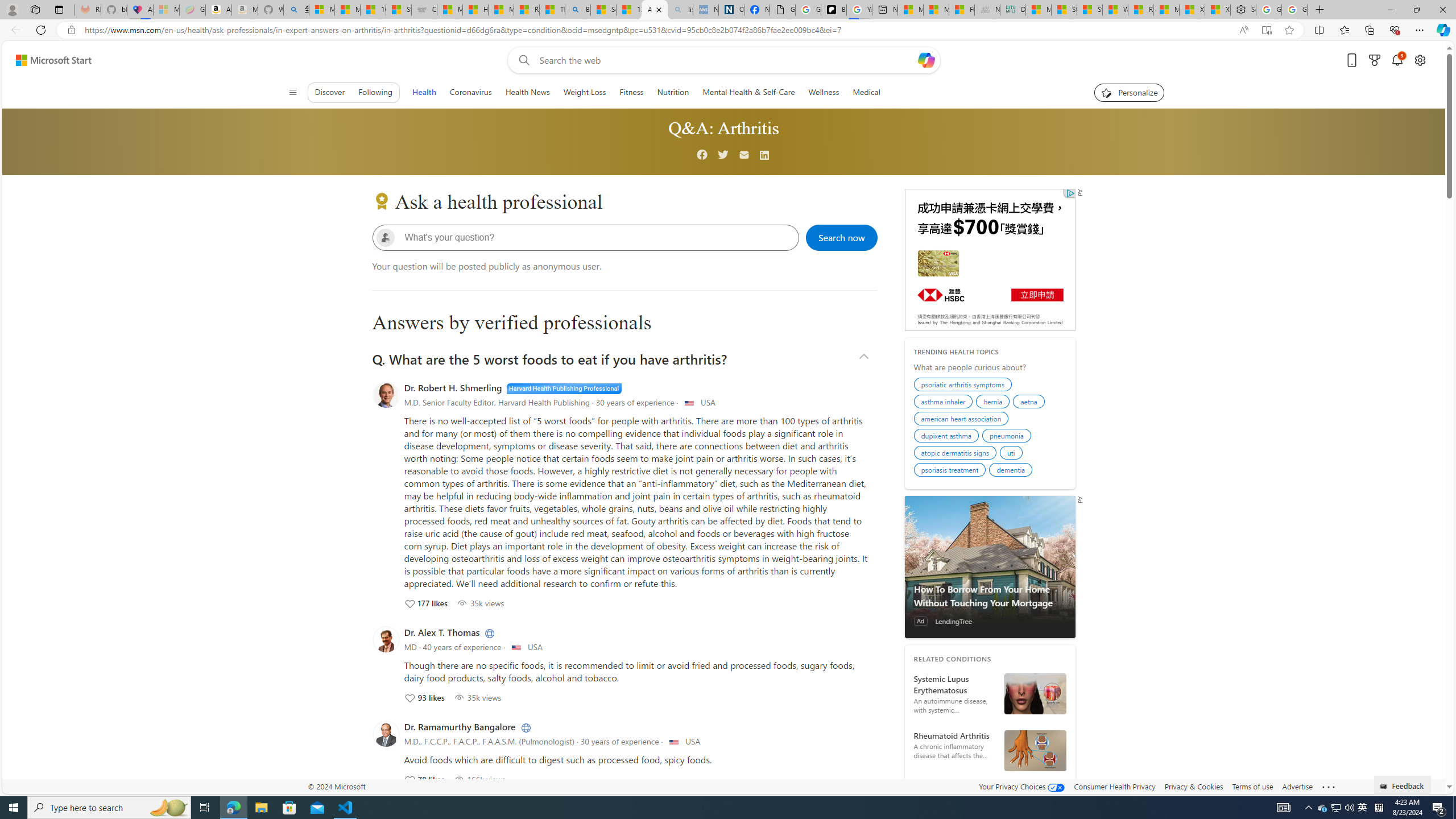 The width and height of the screenshot is (1456, 819). What do you see at coordinates (1008, 436) in the screenshot?
I see `'pneumonia'` at bounding box center [1008, 436].